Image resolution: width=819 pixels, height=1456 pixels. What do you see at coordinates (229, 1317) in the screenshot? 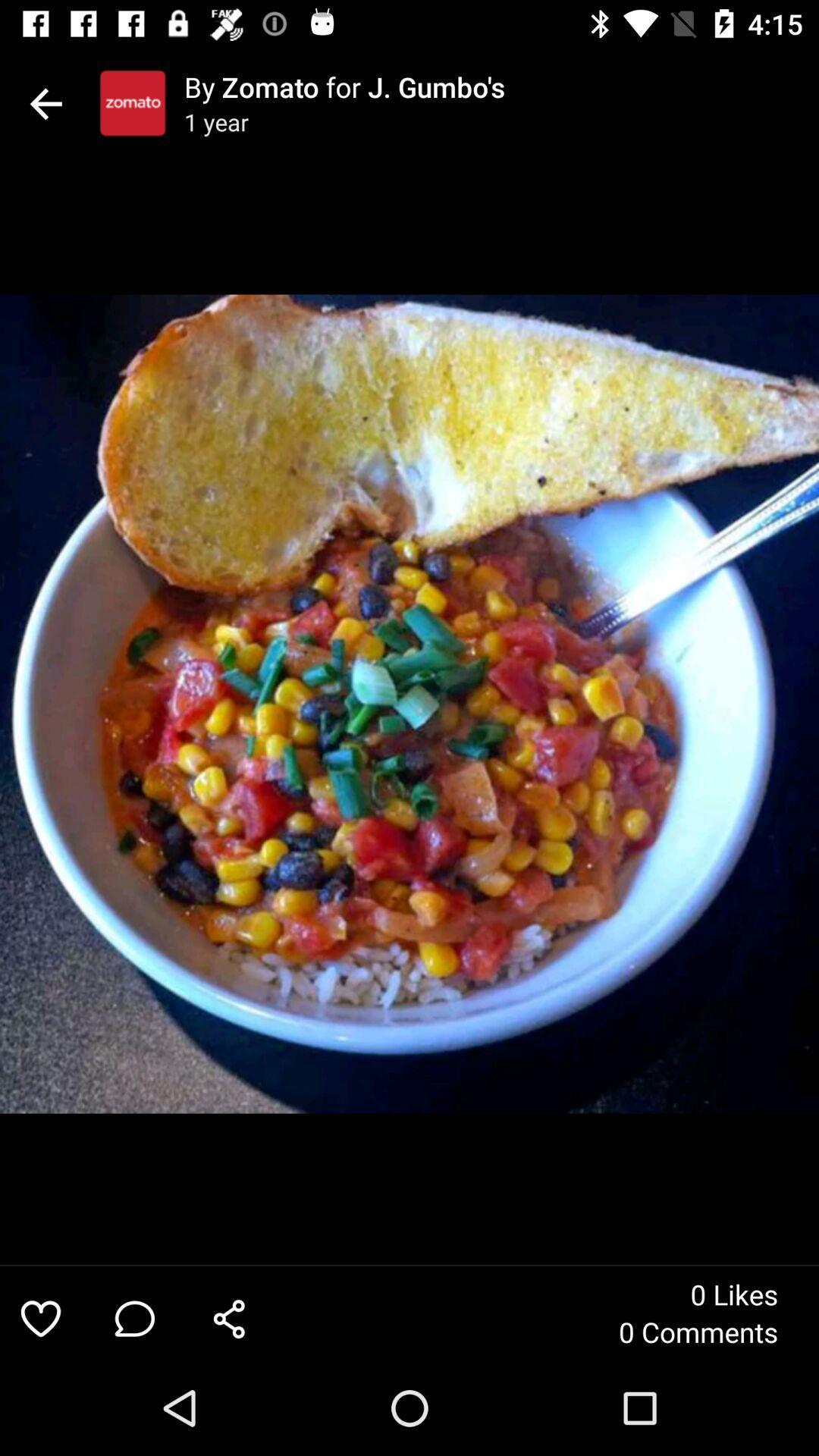
I see `item next to the 0 comments item` at bounding box center [229, 1317].